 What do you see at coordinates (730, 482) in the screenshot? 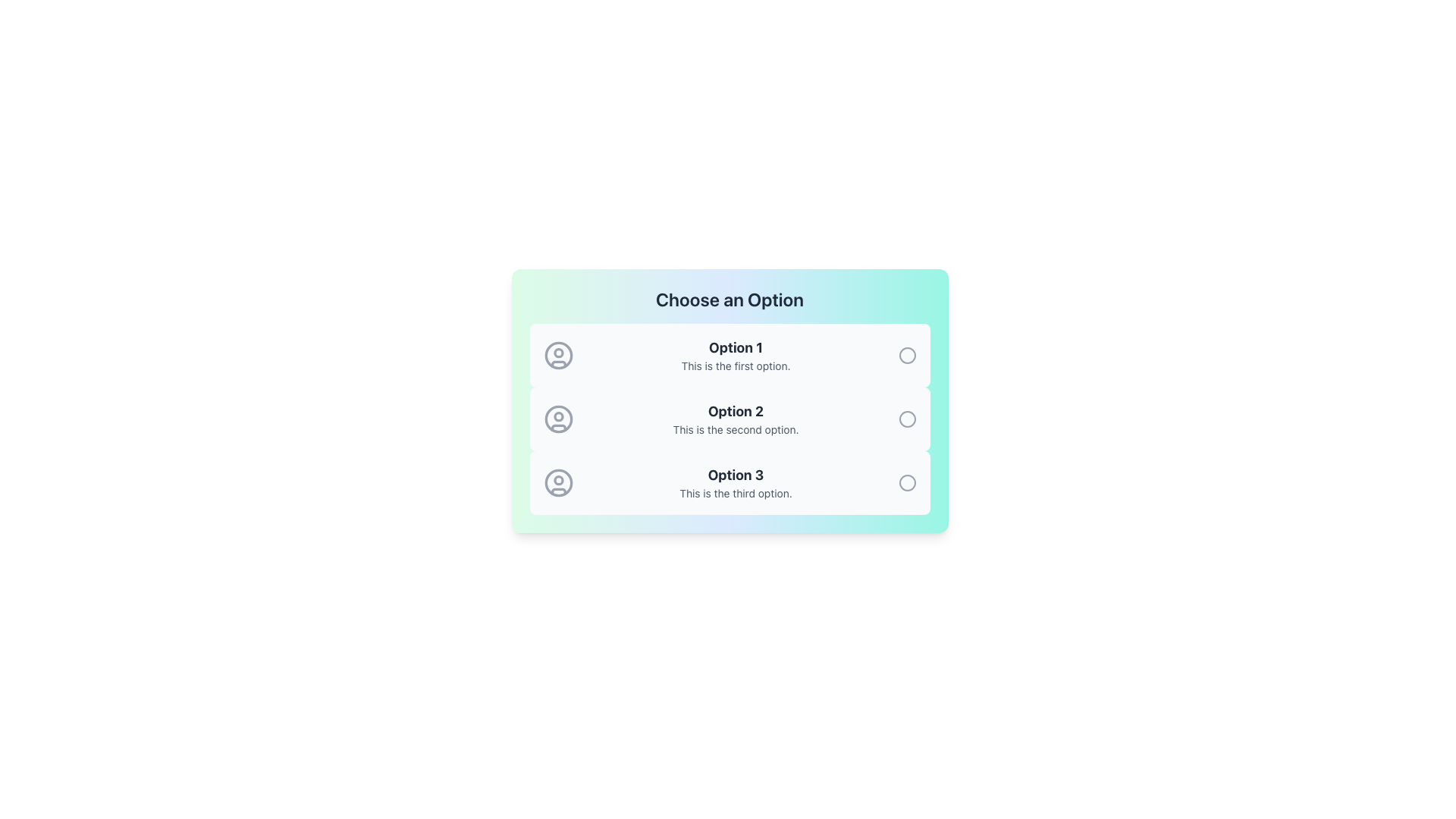
I see `the third selectable option with a radio button in the list` at bounding box center [730, 482].